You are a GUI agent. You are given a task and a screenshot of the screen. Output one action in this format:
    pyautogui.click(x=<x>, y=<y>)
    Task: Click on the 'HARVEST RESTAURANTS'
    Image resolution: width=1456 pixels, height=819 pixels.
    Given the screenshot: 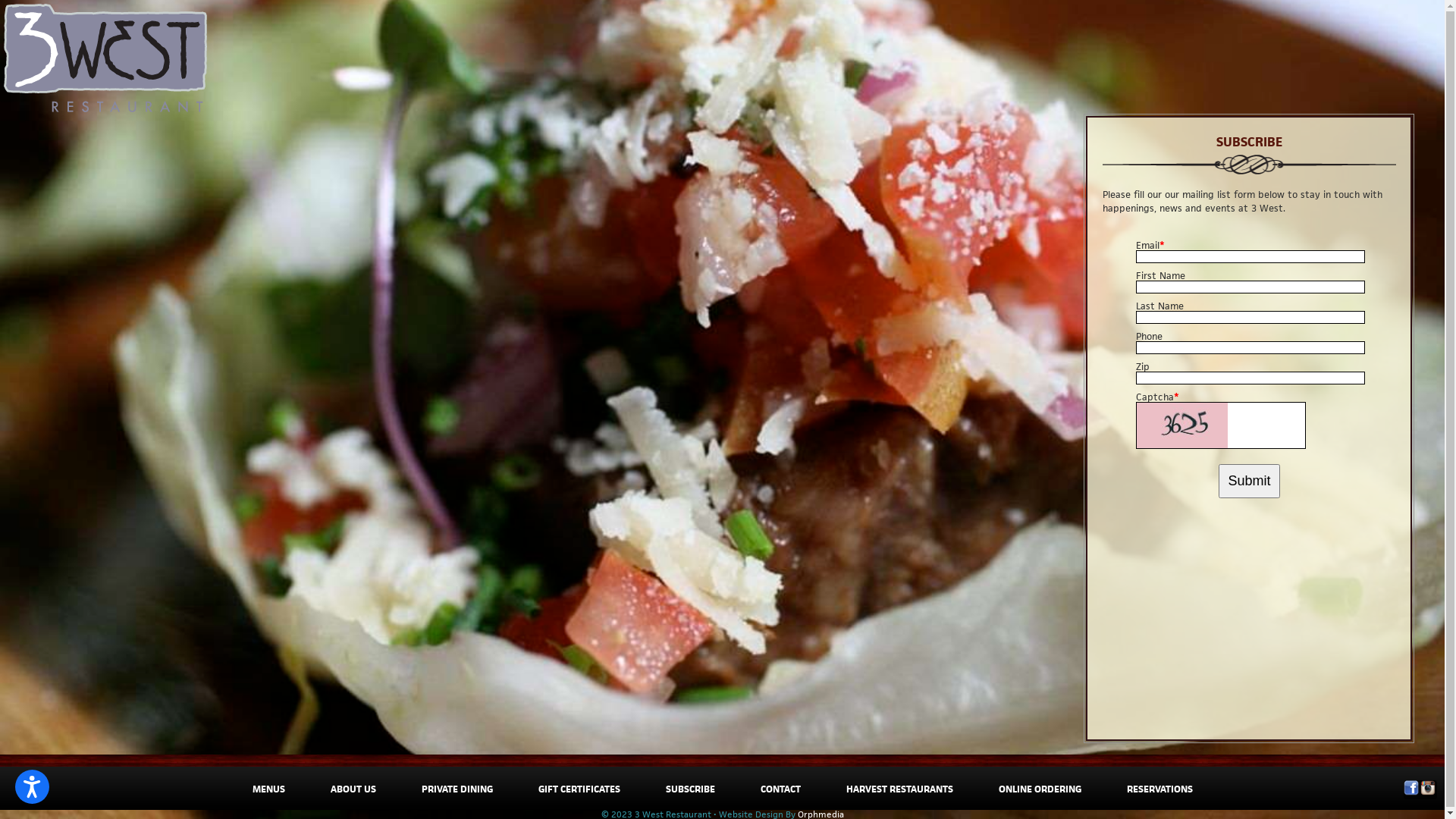 What is the action you would take?
    pyautogui.click(x=846, y=788)
    